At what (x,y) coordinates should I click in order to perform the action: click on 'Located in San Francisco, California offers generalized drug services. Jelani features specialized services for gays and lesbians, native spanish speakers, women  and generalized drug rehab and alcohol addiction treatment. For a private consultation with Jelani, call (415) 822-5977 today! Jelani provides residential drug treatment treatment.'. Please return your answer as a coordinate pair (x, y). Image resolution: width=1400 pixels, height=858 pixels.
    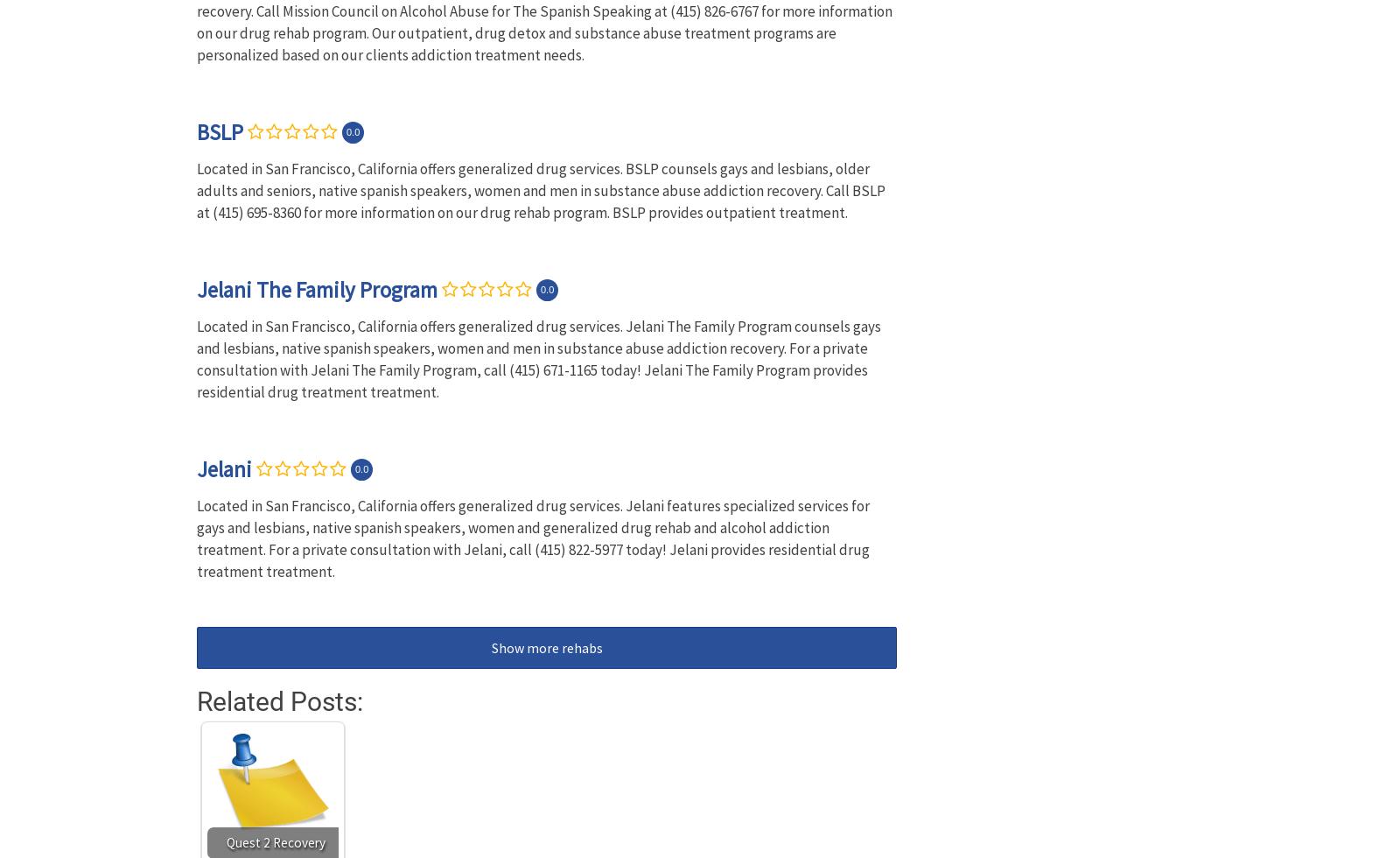
    Looking at the image, I should click on (533, 538).